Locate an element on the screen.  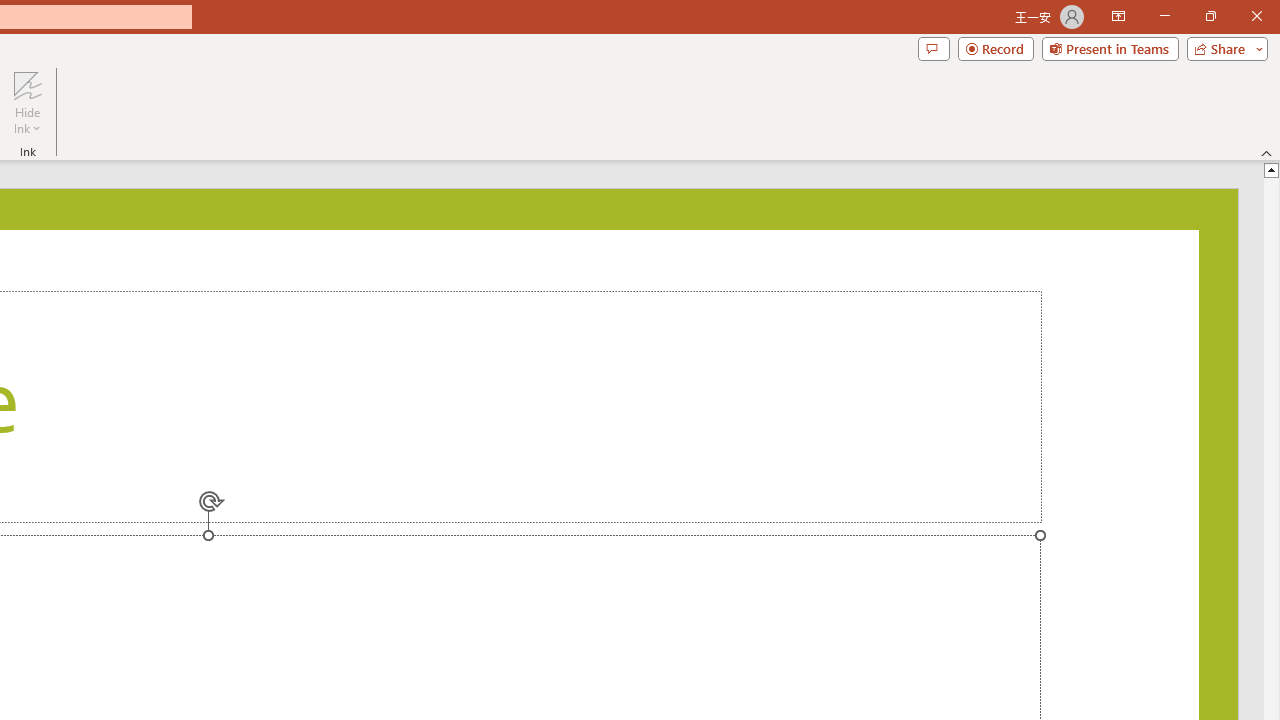
'Minimize' is located at coordinates (1164, 16).